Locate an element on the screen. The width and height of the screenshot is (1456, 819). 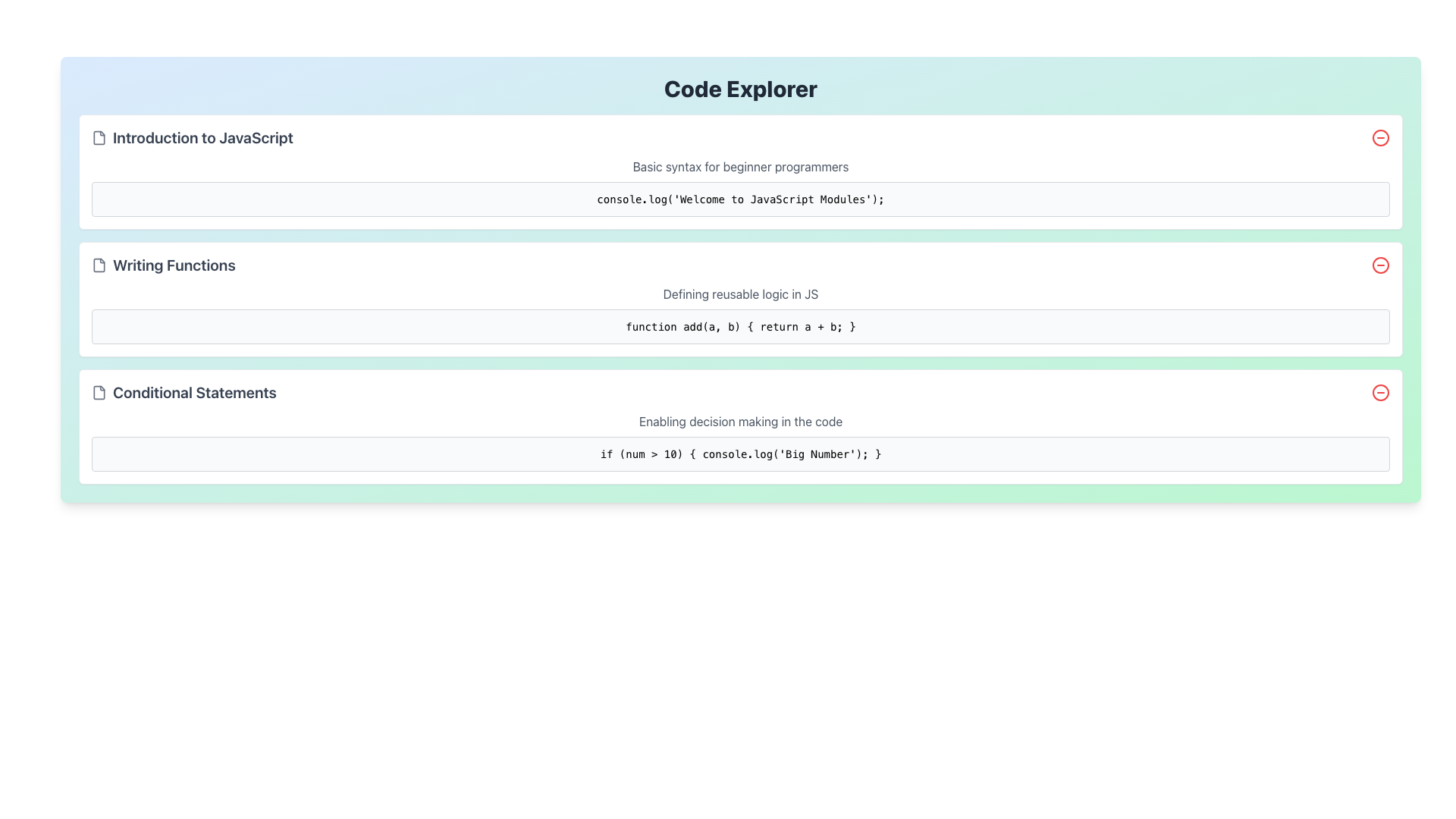
the small gray file icon located to the left of the 'Introduction to JavaScript' heading, aligned to its vertical center is located at coordinates (98, 137).